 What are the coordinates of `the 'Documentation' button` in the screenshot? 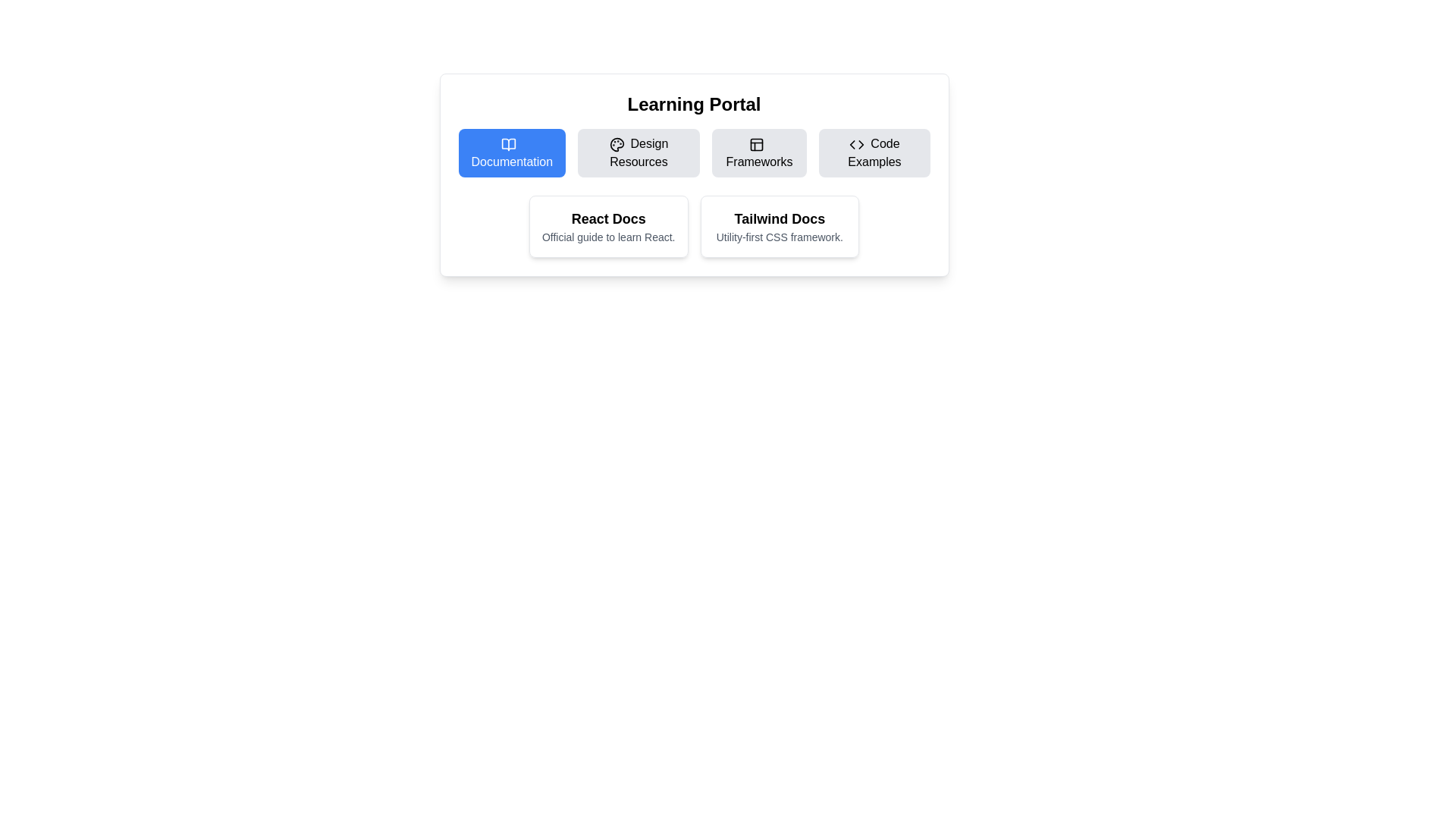 It's located at (512, 152).